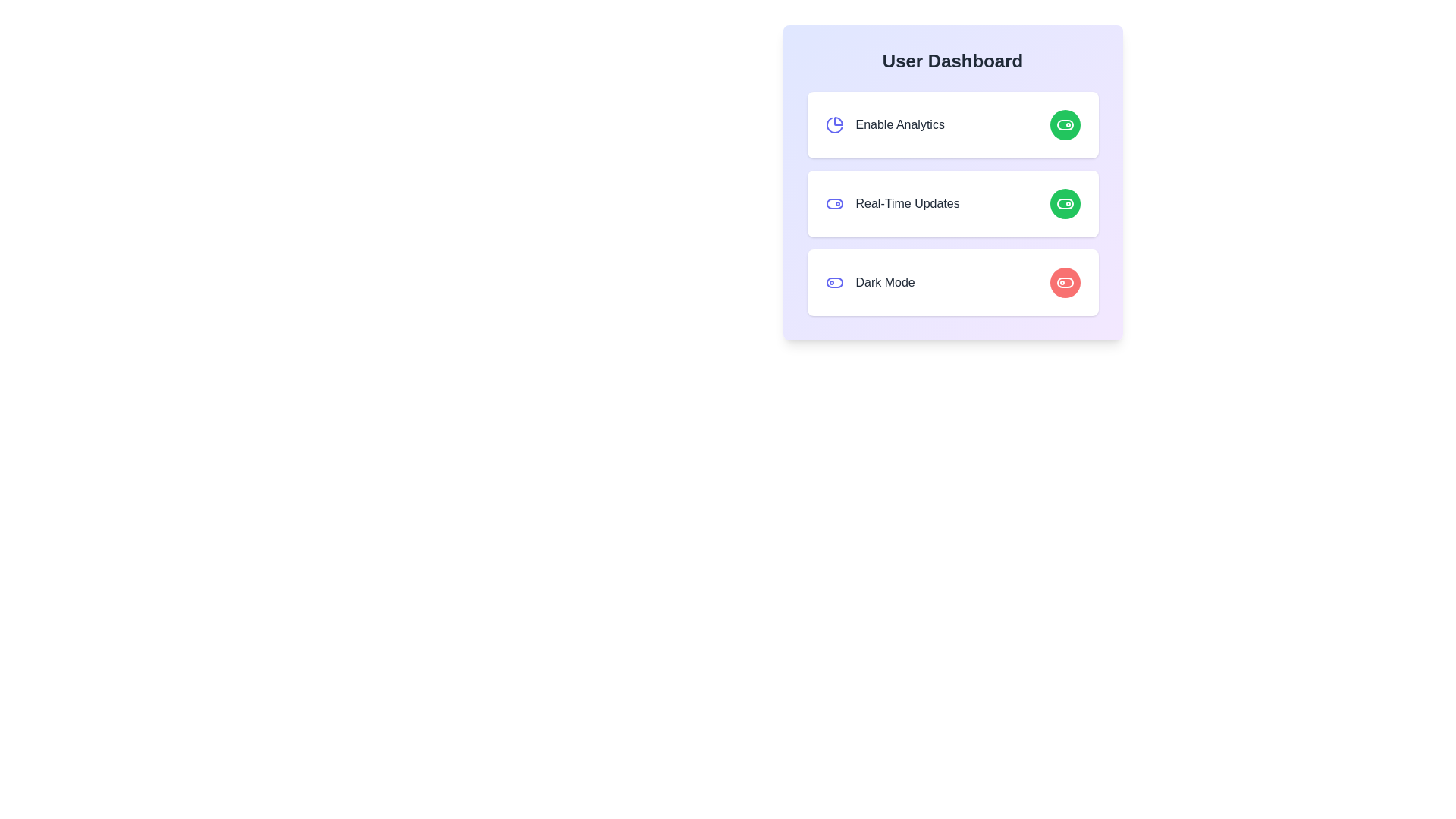 The image size is (1456, 819). Describe the element at coordinates (952, 181) in the screenshot. I see `the green button located on the right side of the 'Real-Time Updates' Informational Card, which is the second card in the vertical stack within the 'User Dashboard' section` at that location.